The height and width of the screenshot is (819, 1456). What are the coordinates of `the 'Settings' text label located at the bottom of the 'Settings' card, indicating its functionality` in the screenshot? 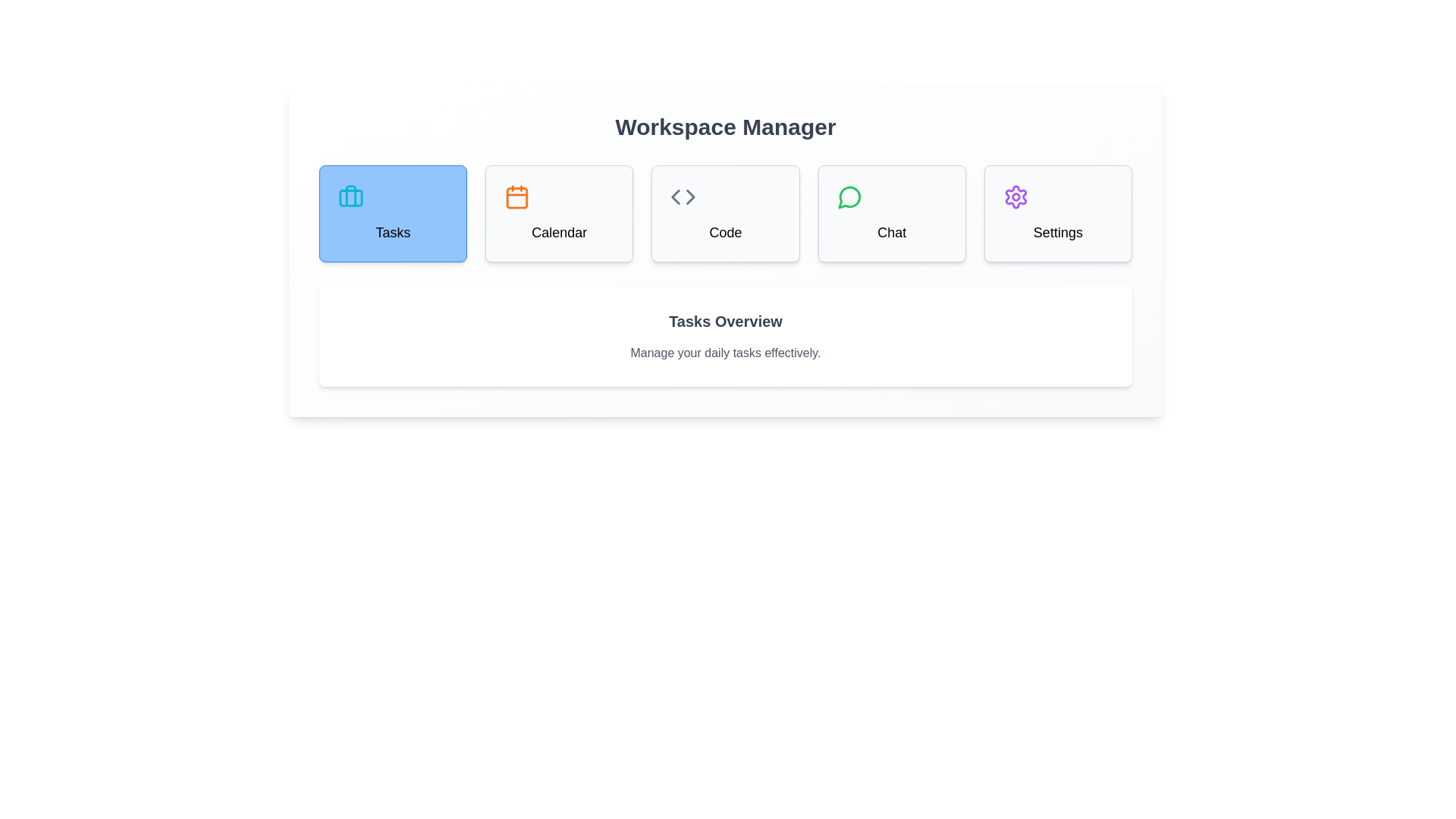 It's located at (1057, 233).